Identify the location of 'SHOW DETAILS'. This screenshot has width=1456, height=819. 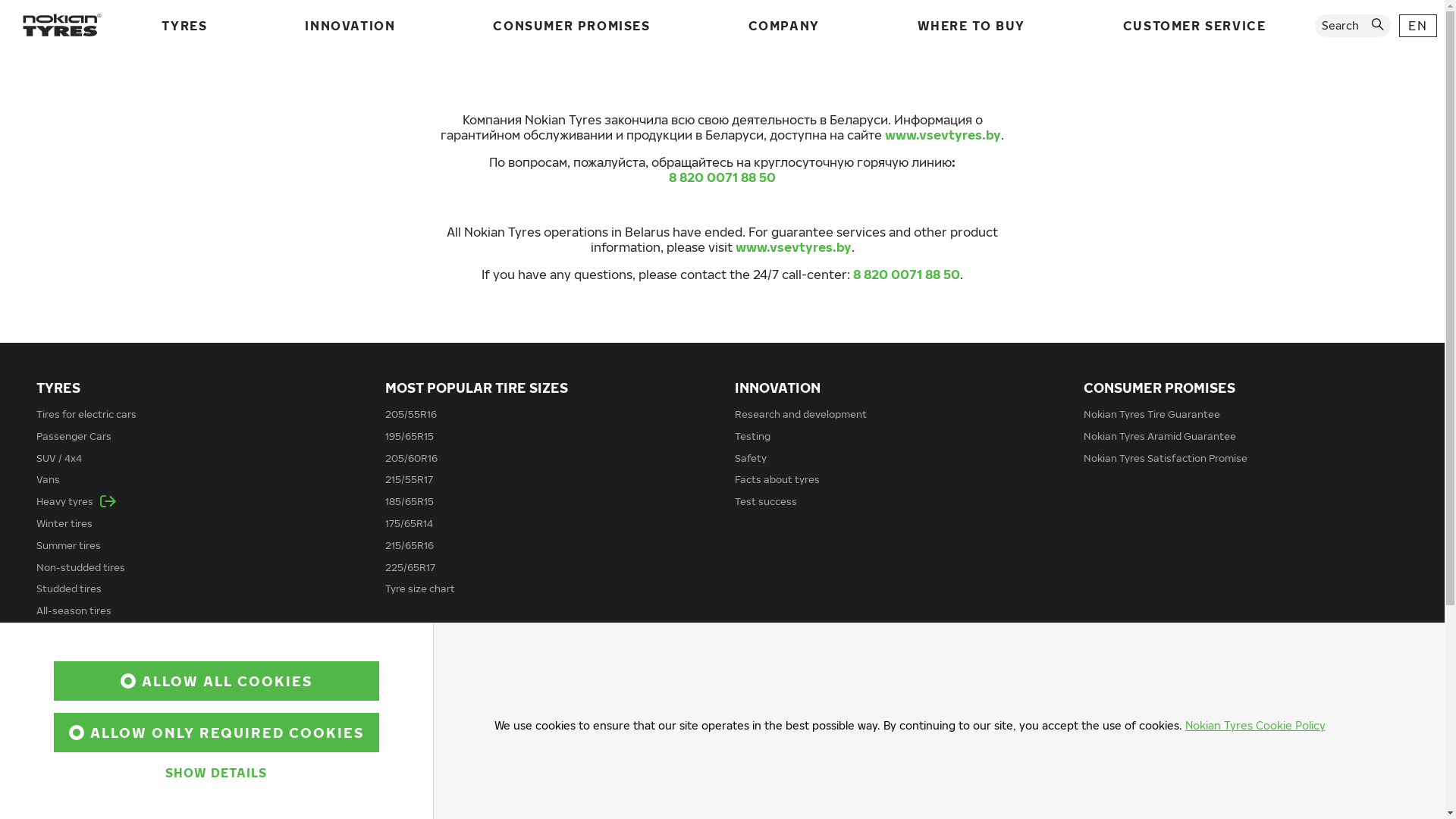
(215, 772).